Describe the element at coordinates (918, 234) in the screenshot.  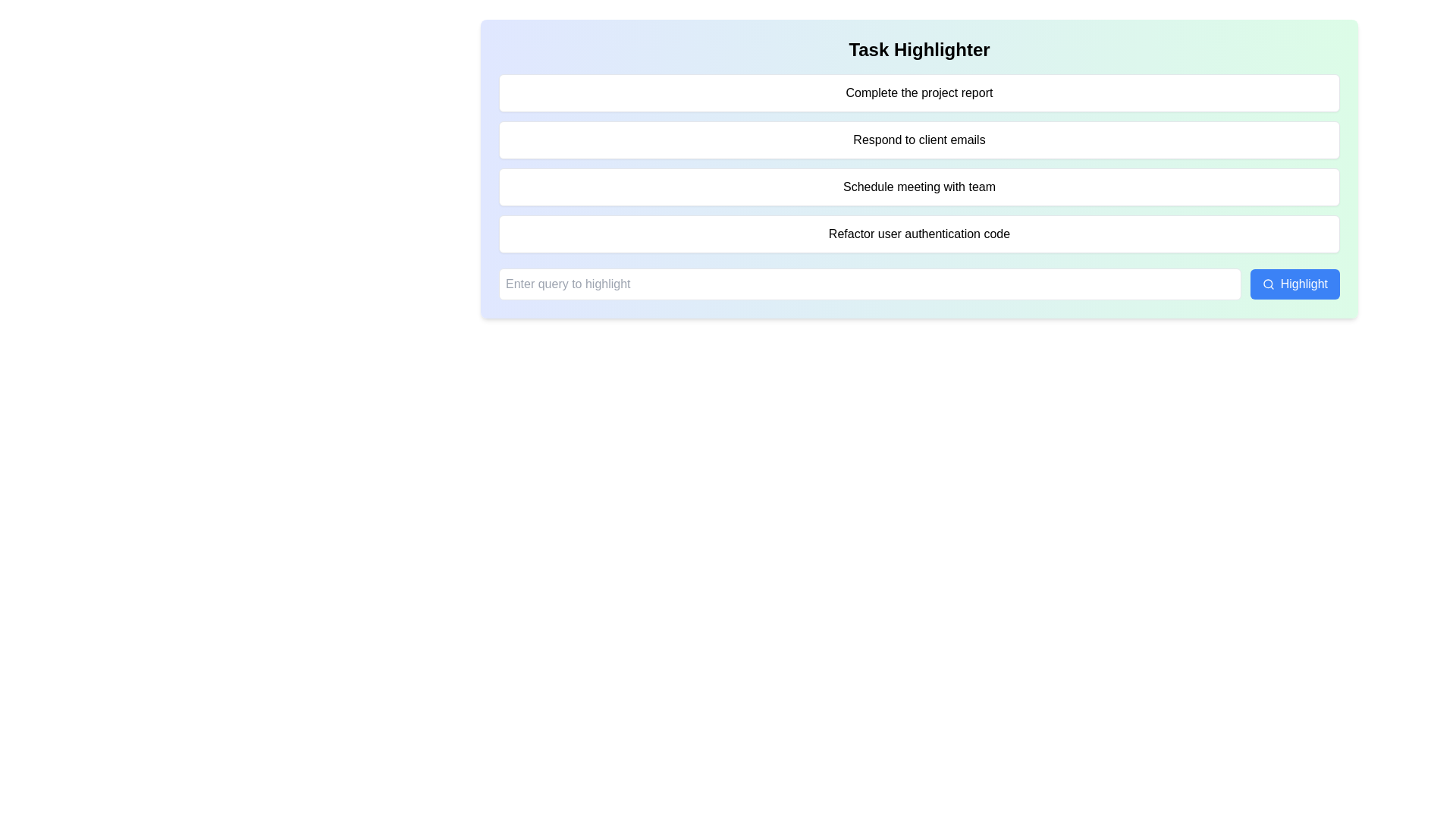
I see `the rectangular button labeled 'Refactor user authentication code' to trigger its hover effect` at that location.